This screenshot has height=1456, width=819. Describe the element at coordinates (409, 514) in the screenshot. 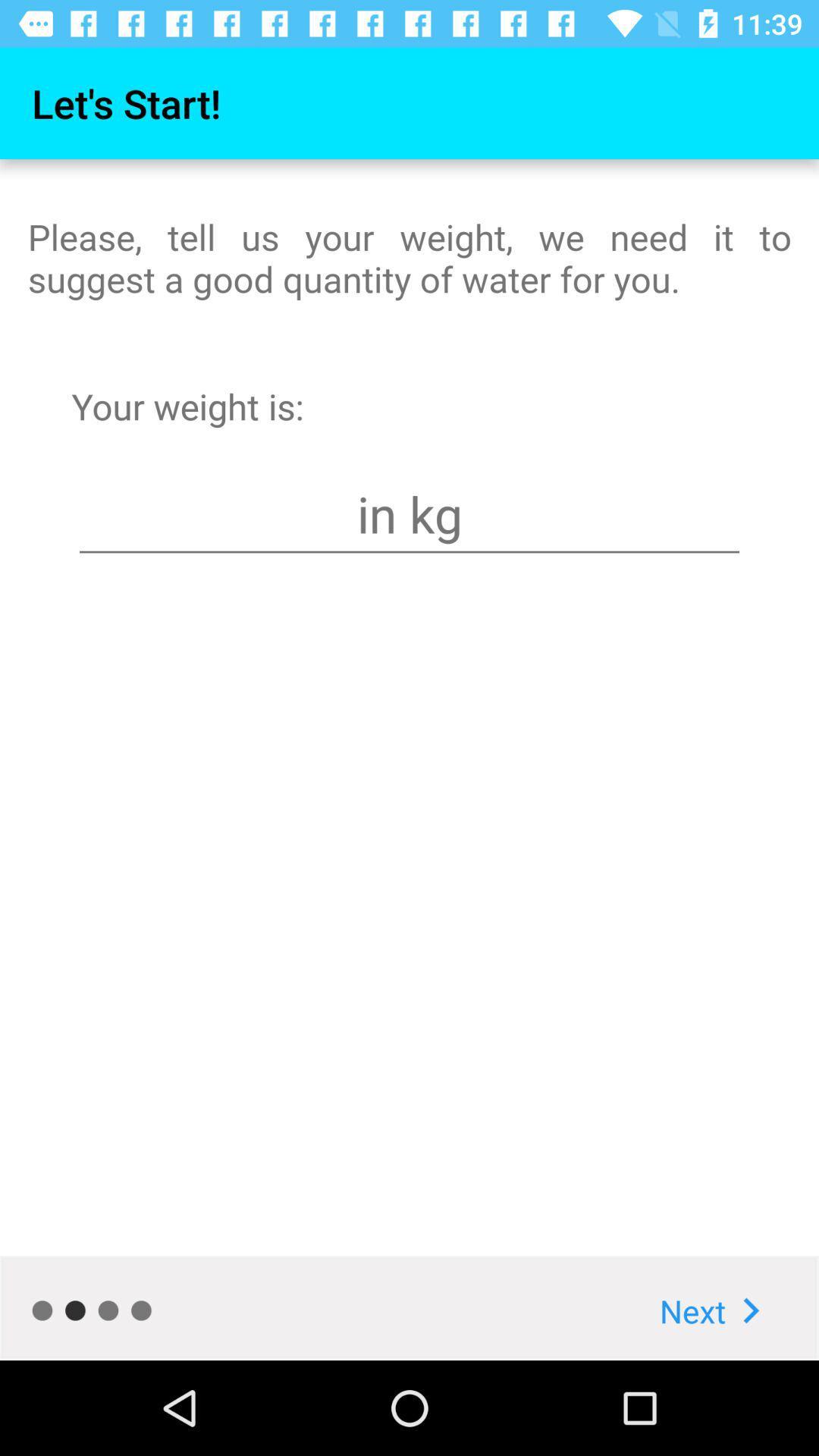

I see `weight` at that location.